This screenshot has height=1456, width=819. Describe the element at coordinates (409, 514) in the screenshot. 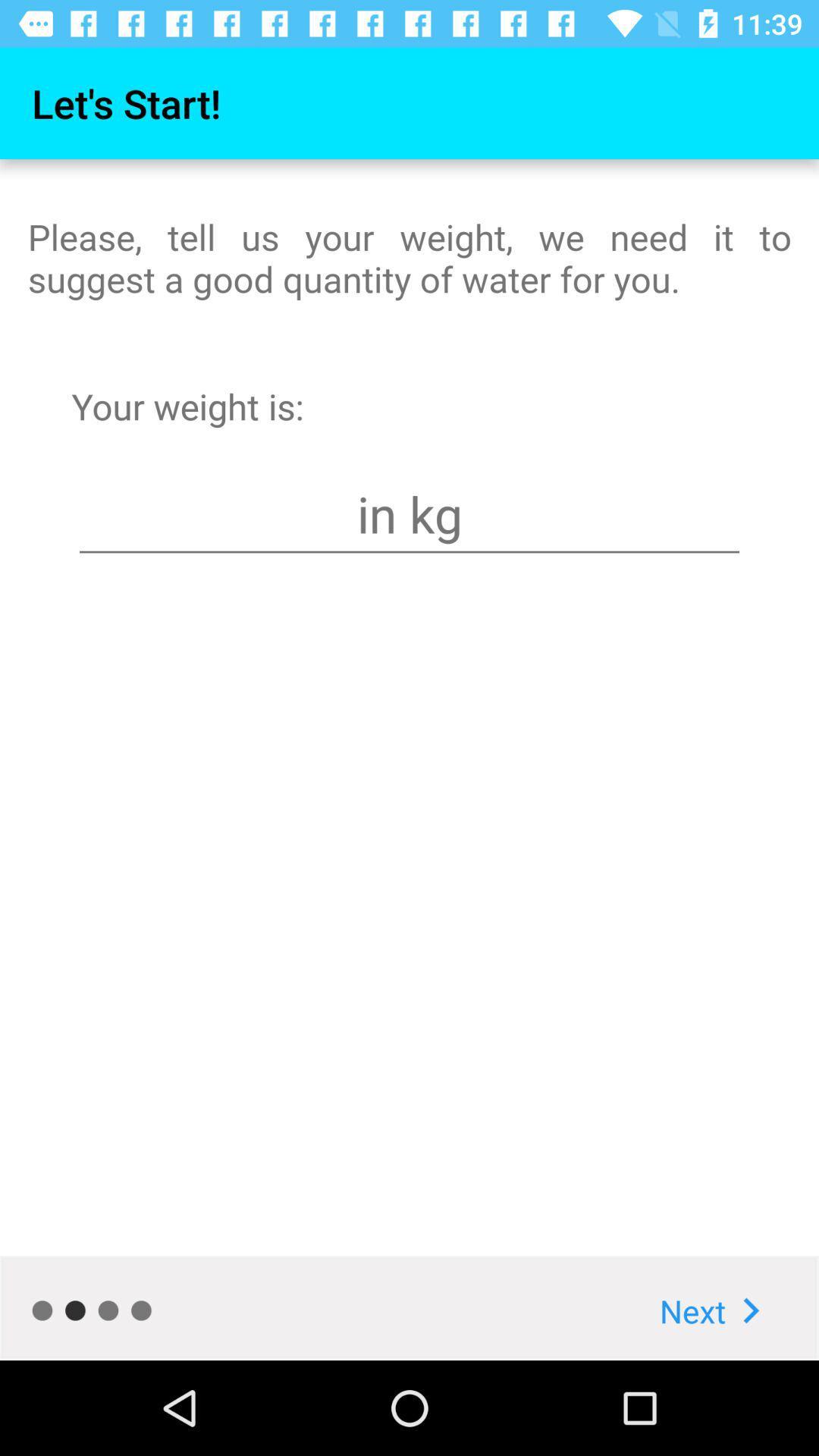

I see `weight` at that location.